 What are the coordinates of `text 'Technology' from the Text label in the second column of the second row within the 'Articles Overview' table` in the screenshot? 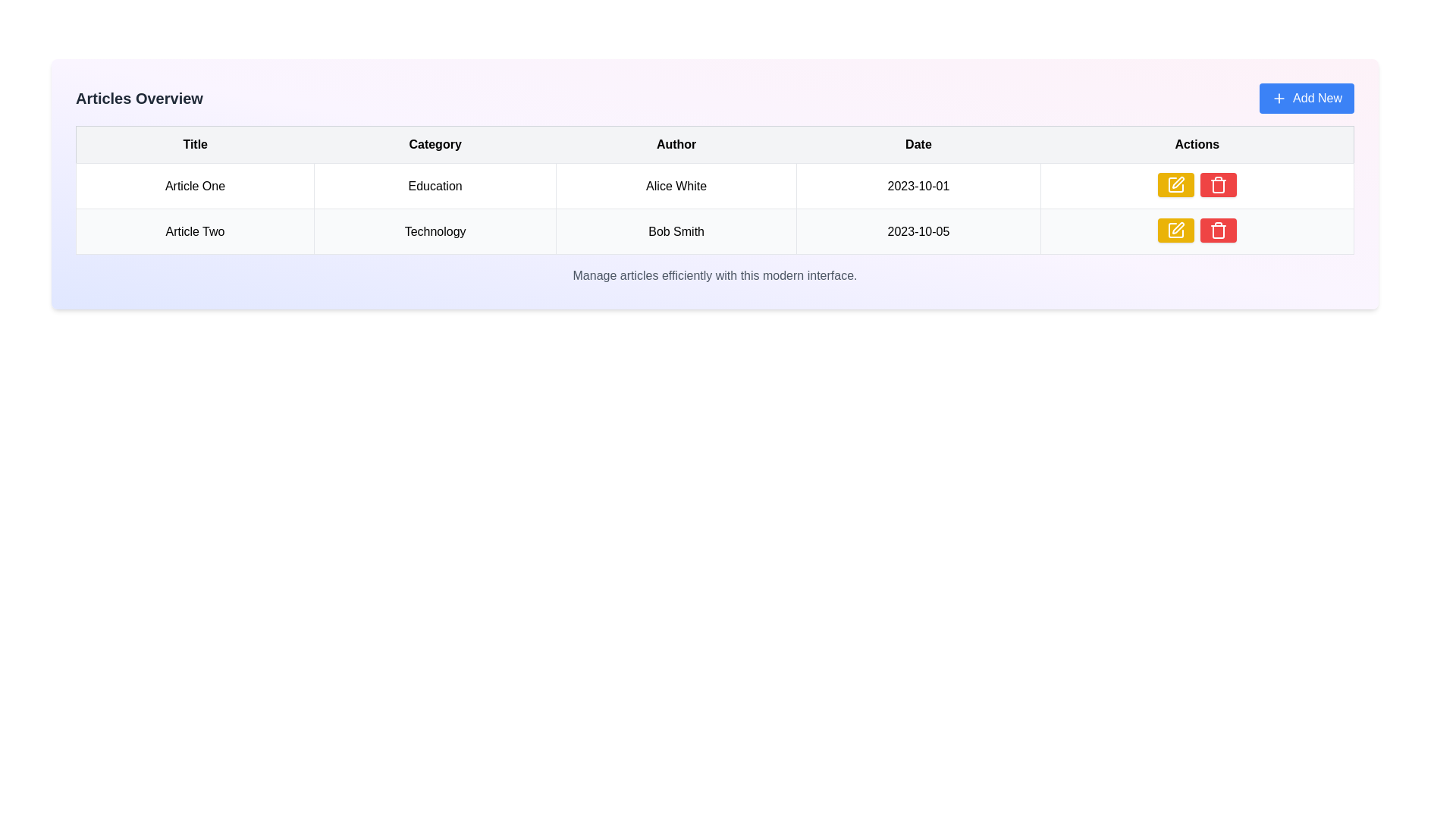 It's located at (435, 231).